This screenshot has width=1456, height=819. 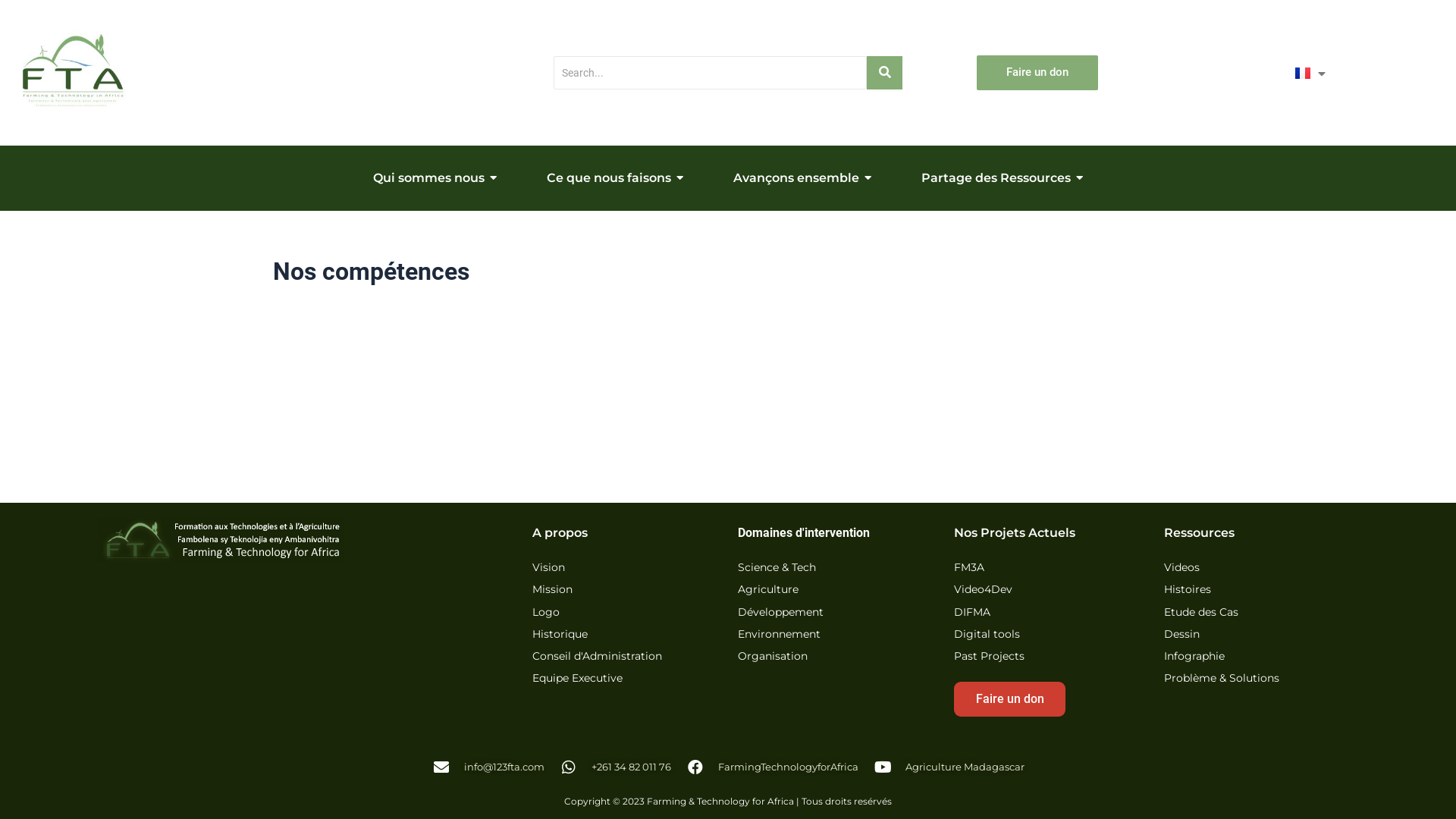 What do you see at coordinates (948, 767) in the screenshot?
I see `'Agriculture Madagascar'` at bounding box center [948, 767].